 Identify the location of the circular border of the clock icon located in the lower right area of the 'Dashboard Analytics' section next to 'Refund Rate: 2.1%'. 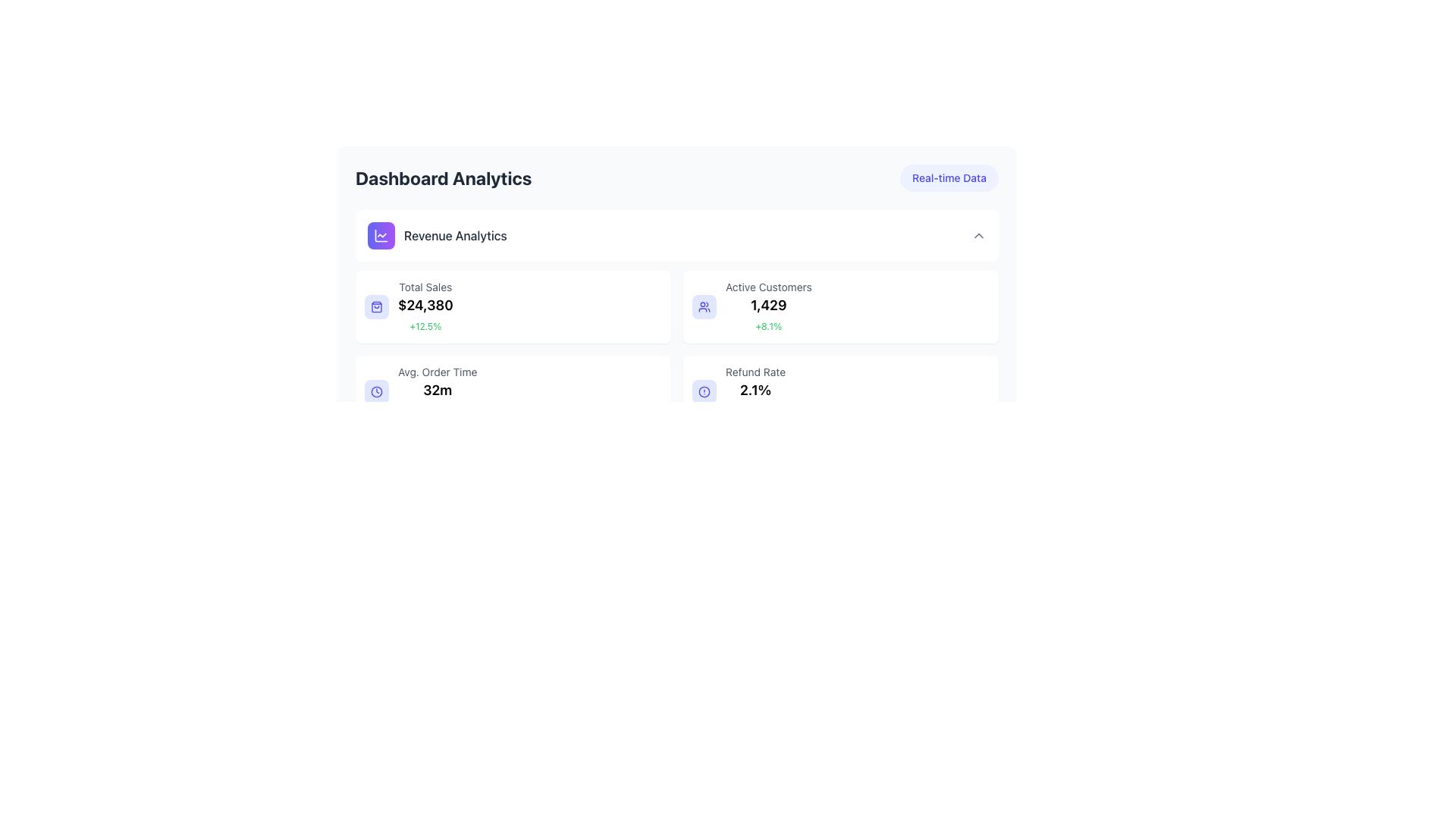
(377, 391).